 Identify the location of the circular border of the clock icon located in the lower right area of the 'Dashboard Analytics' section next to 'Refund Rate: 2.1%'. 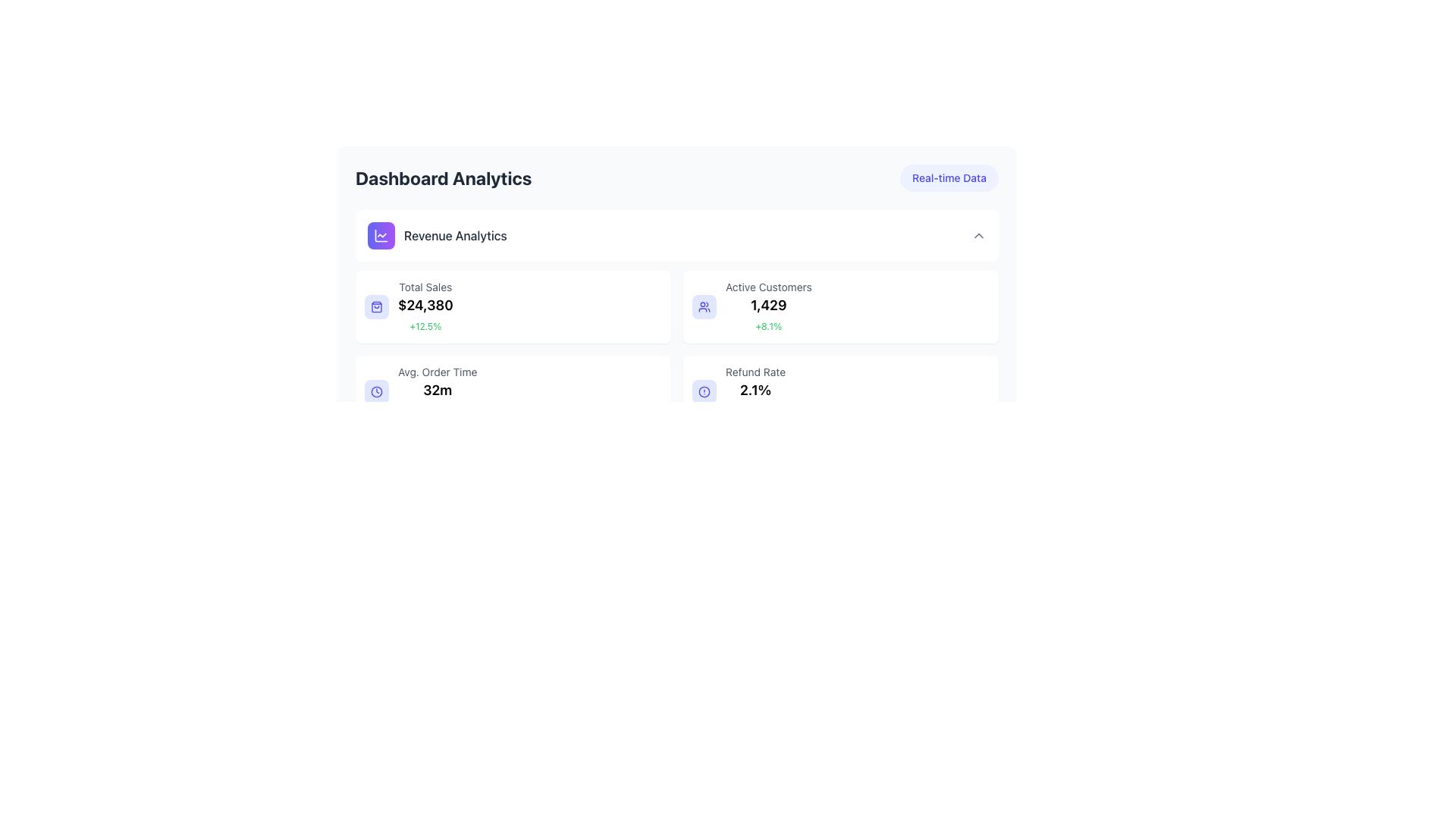
(377, 391).